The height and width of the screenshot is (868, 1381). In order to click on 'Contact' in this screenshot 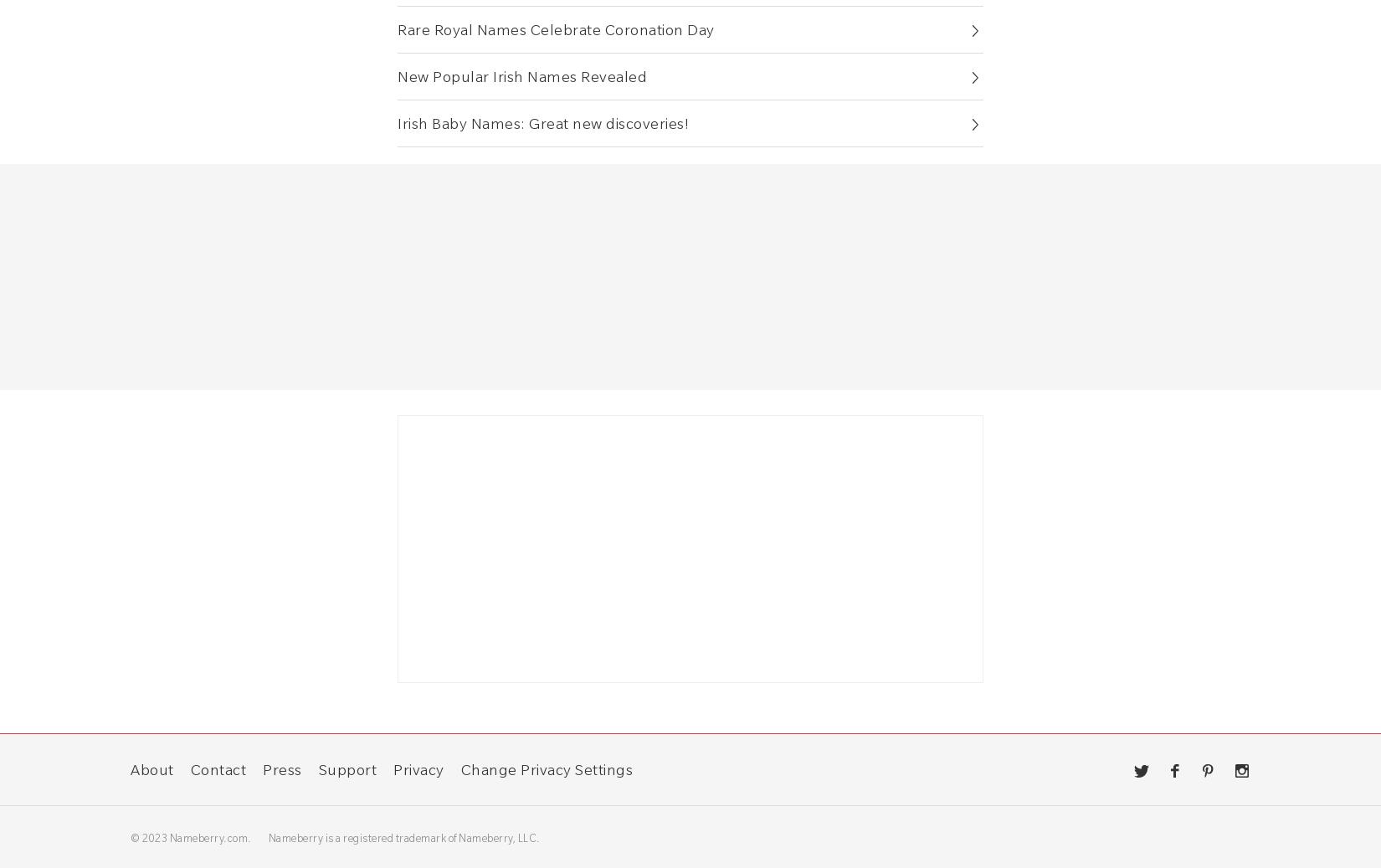, I will do `click(218, 768)`.